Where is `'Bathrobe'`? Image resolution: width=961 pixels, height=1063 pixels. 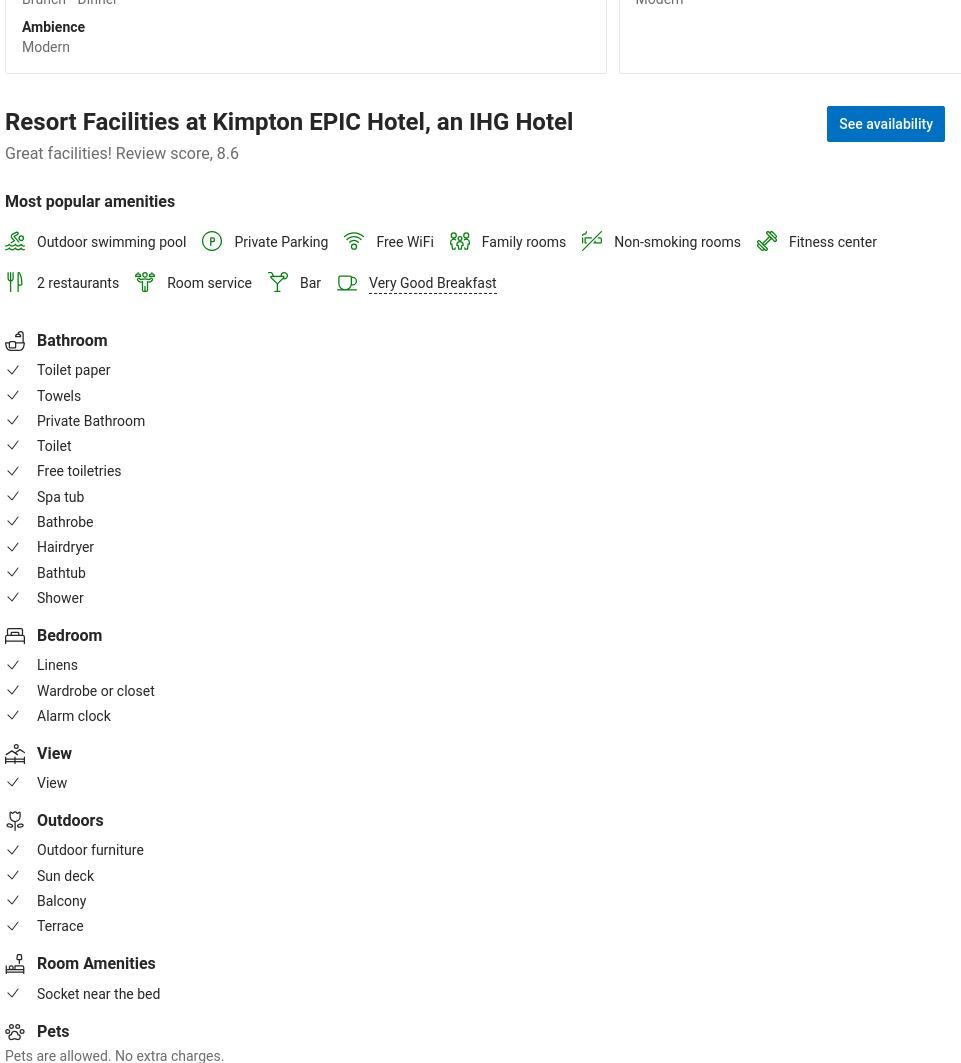
'Bathrobe' is located at coordinates (64, 522).